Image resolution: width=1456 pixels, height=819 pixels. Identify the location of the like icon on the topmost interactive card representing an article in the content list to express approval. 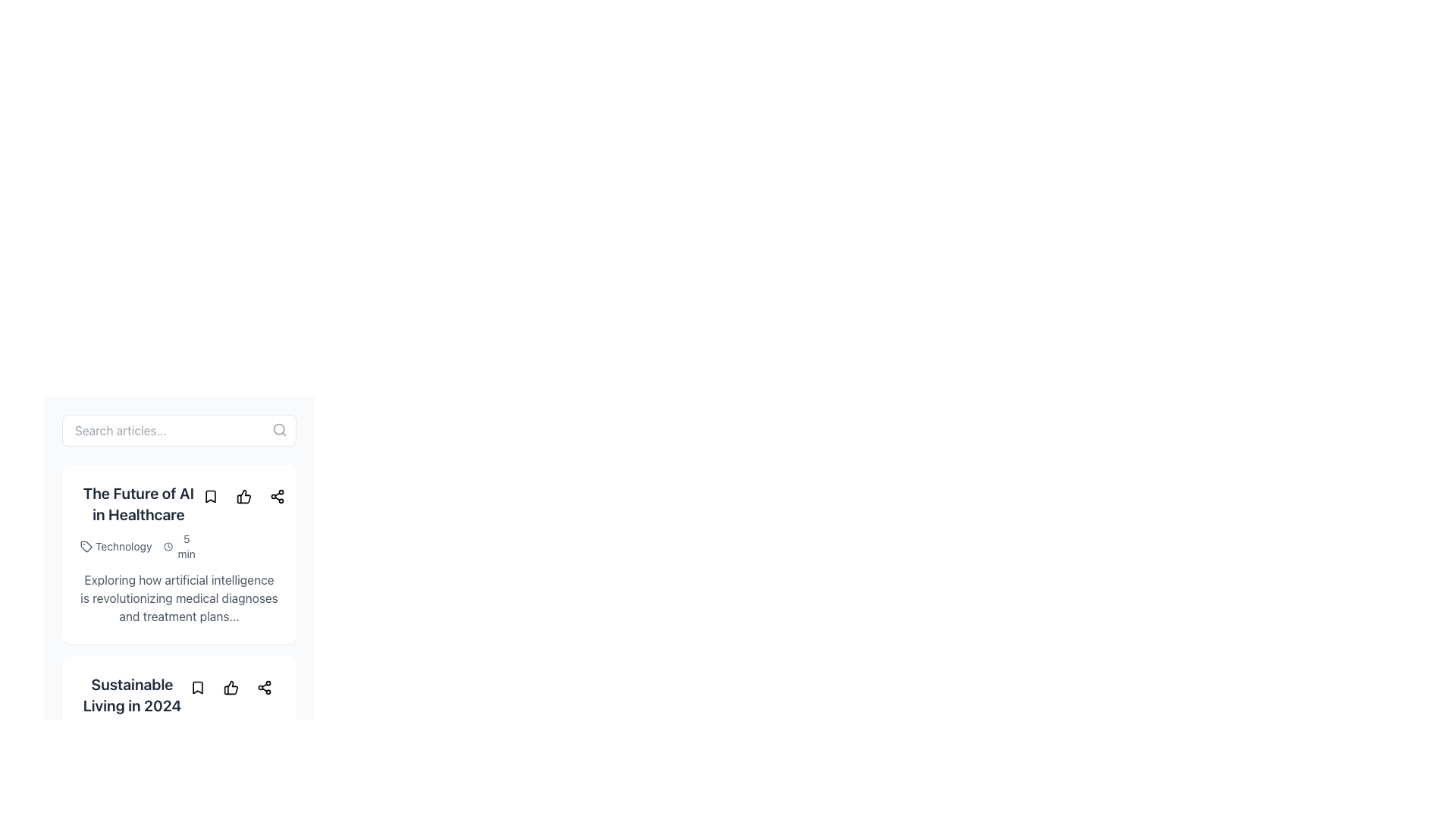
(179, 549).